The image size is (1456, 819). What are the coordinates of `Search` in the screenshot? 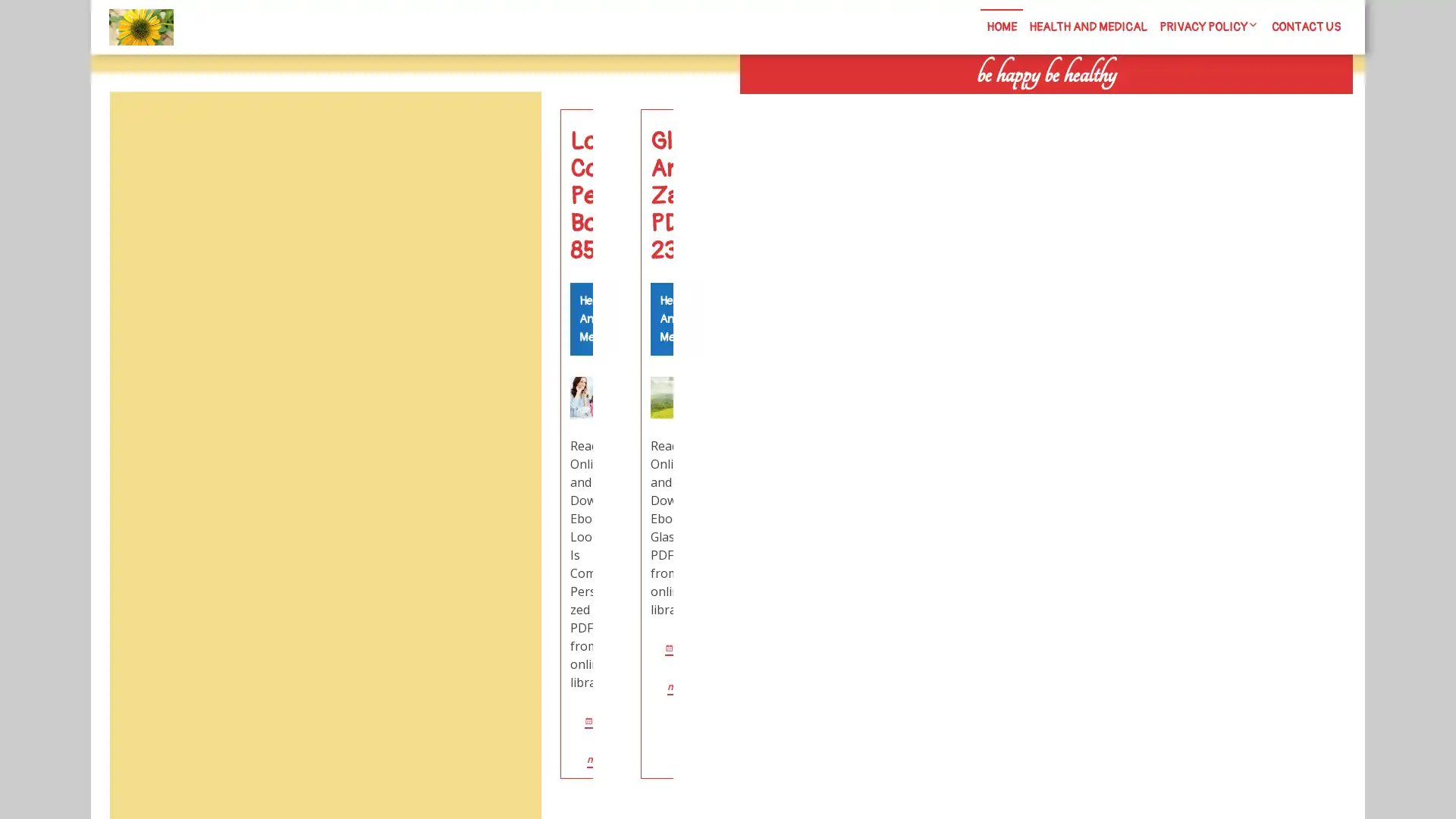 It's located at (1181, 106).